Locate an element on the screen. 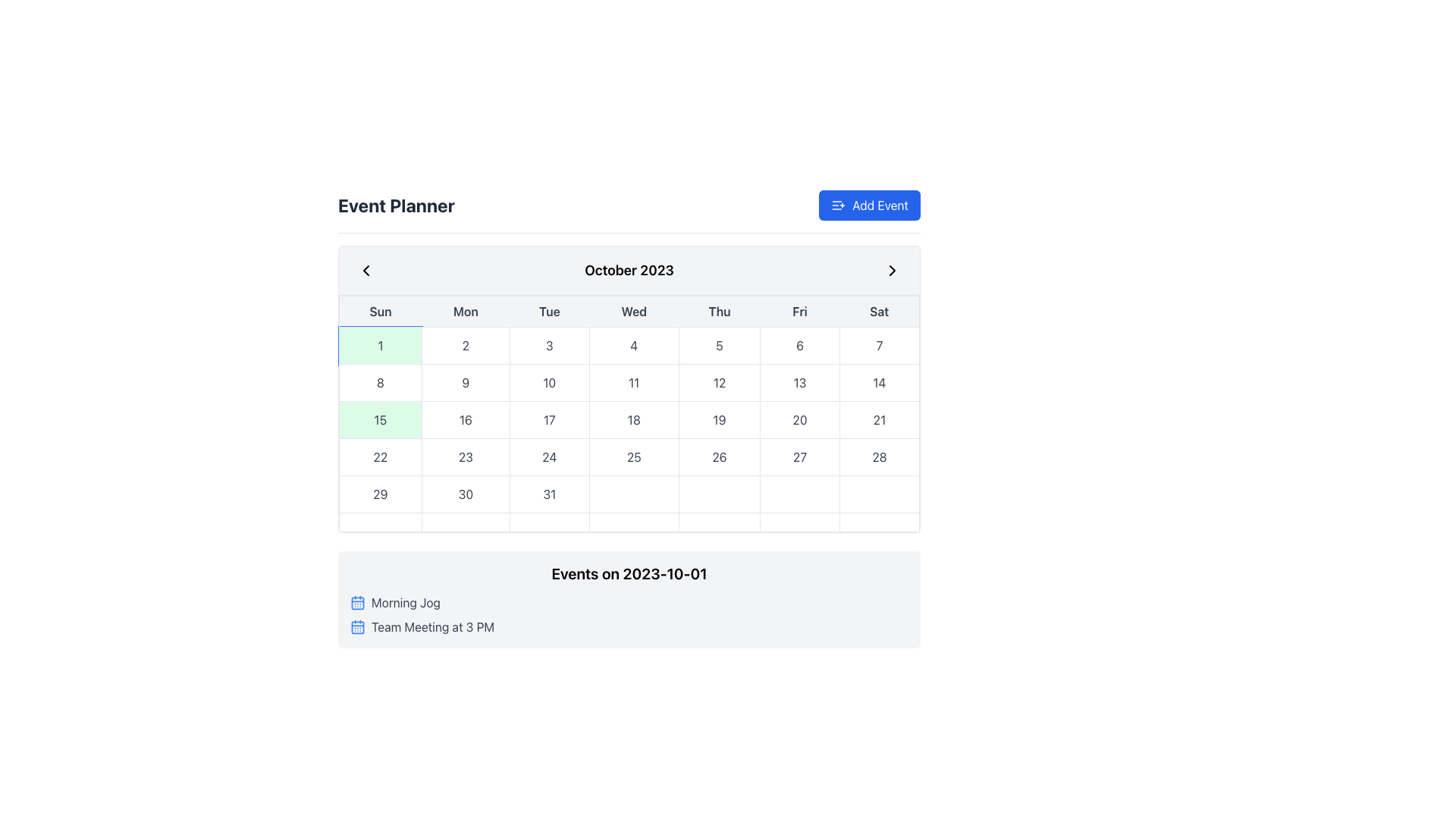  the Button icon located at the top left corner of the monthly calendar header is located at coordinates (366, 270).